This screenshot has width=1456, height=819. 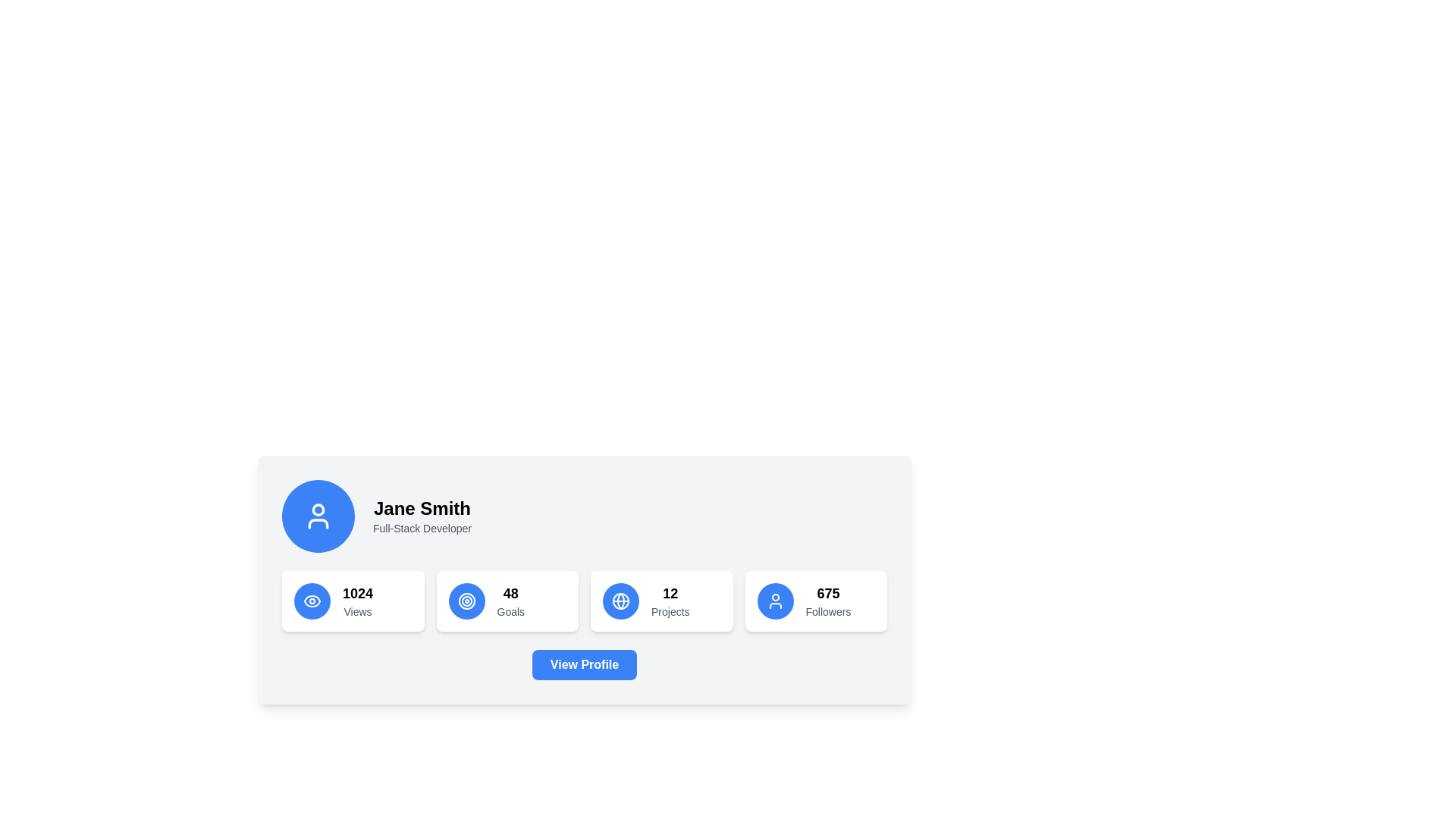 I want to click on the 'Views' icon located to the left of the numerical text '1024 Views' in the Views section, so click(x=312, y=601).